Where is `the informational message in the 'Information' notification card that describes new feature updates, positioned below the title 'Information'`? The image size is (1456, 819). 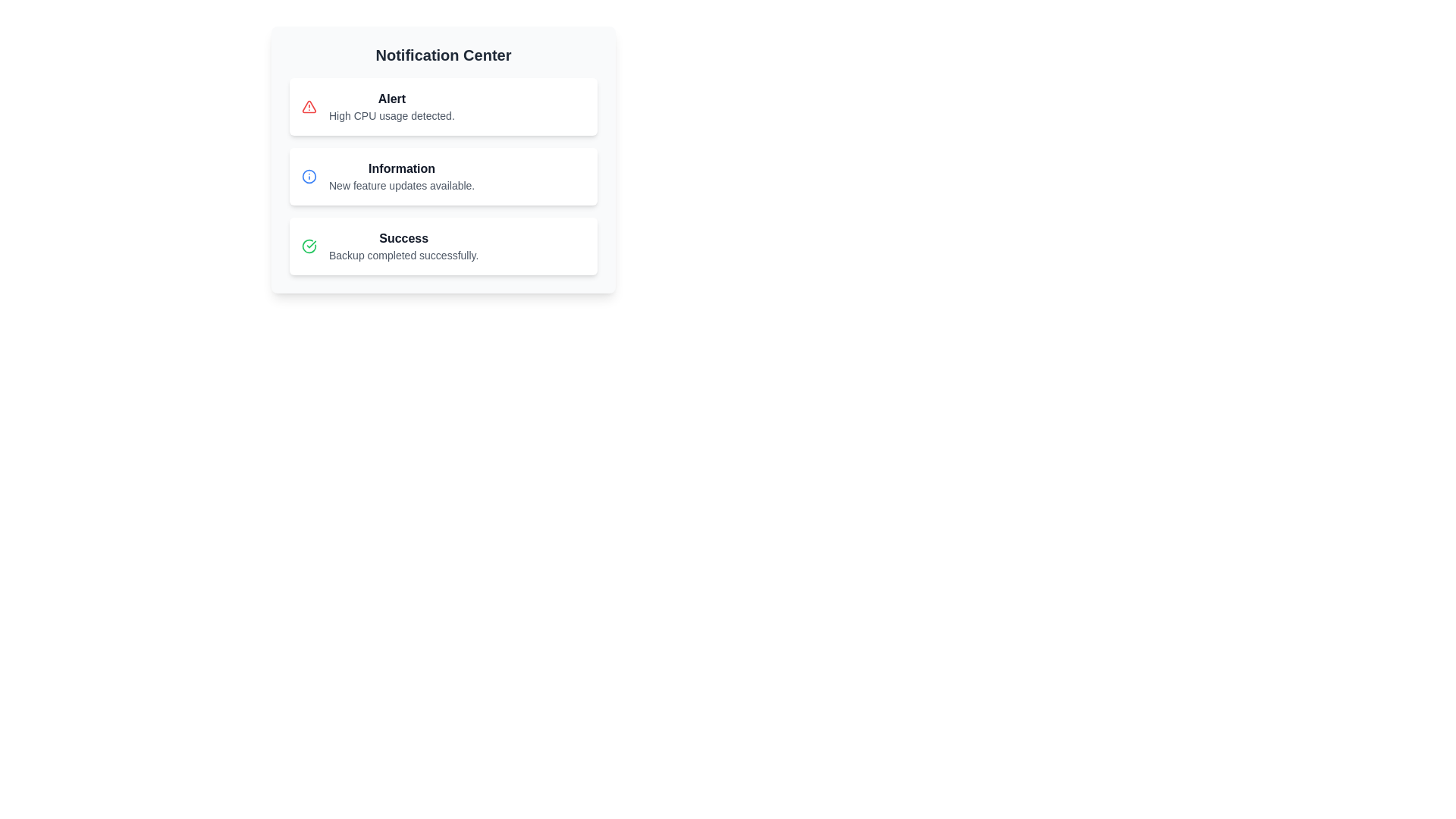 the informational message in the 'Information' notification card that describes new feature updates, positioned below the title 'Information' is located at coordinates (402, 185).